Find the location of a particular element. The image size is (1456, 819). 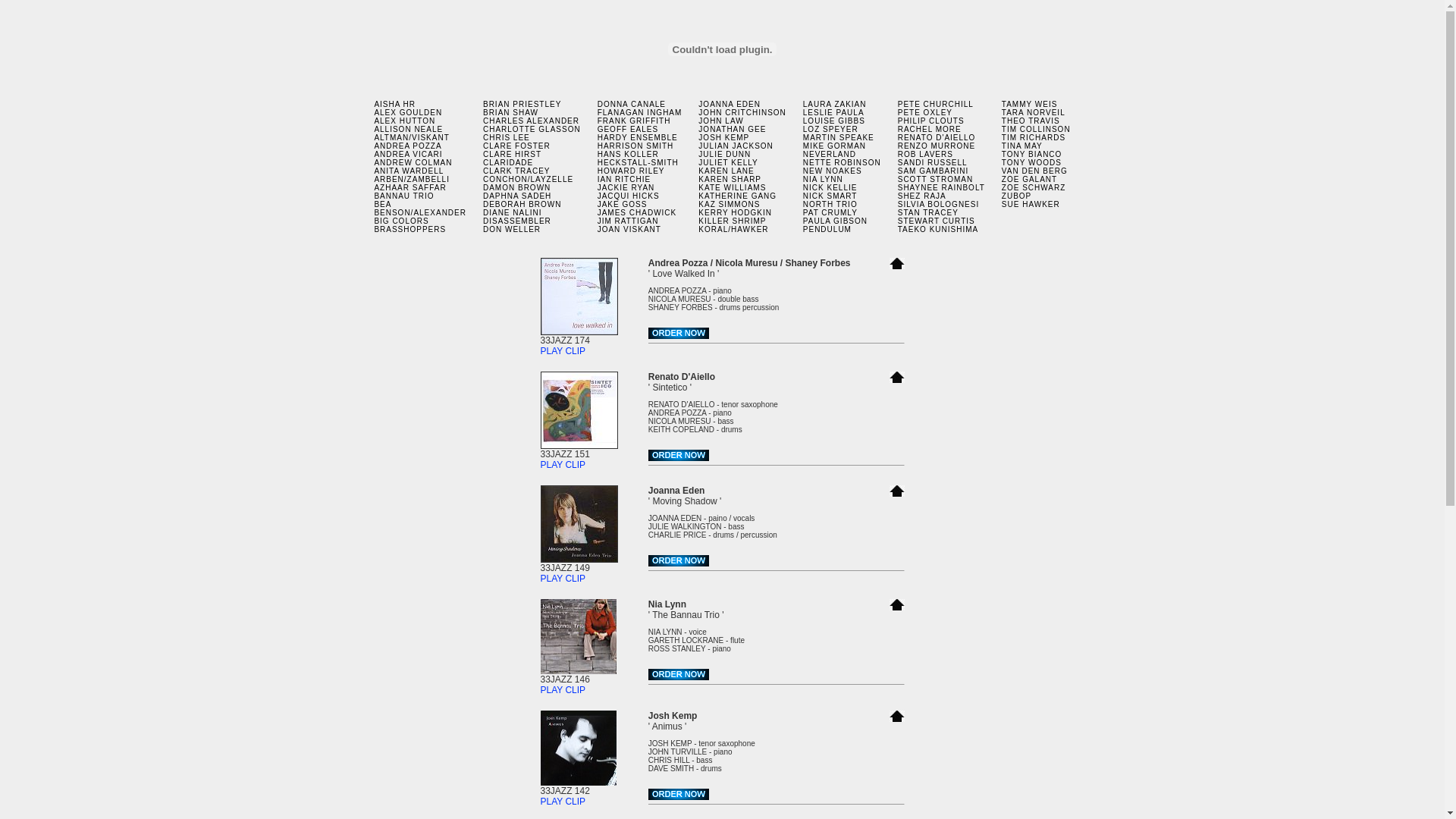

'KATHERINE GANG' is located at coordinates (737, 195).